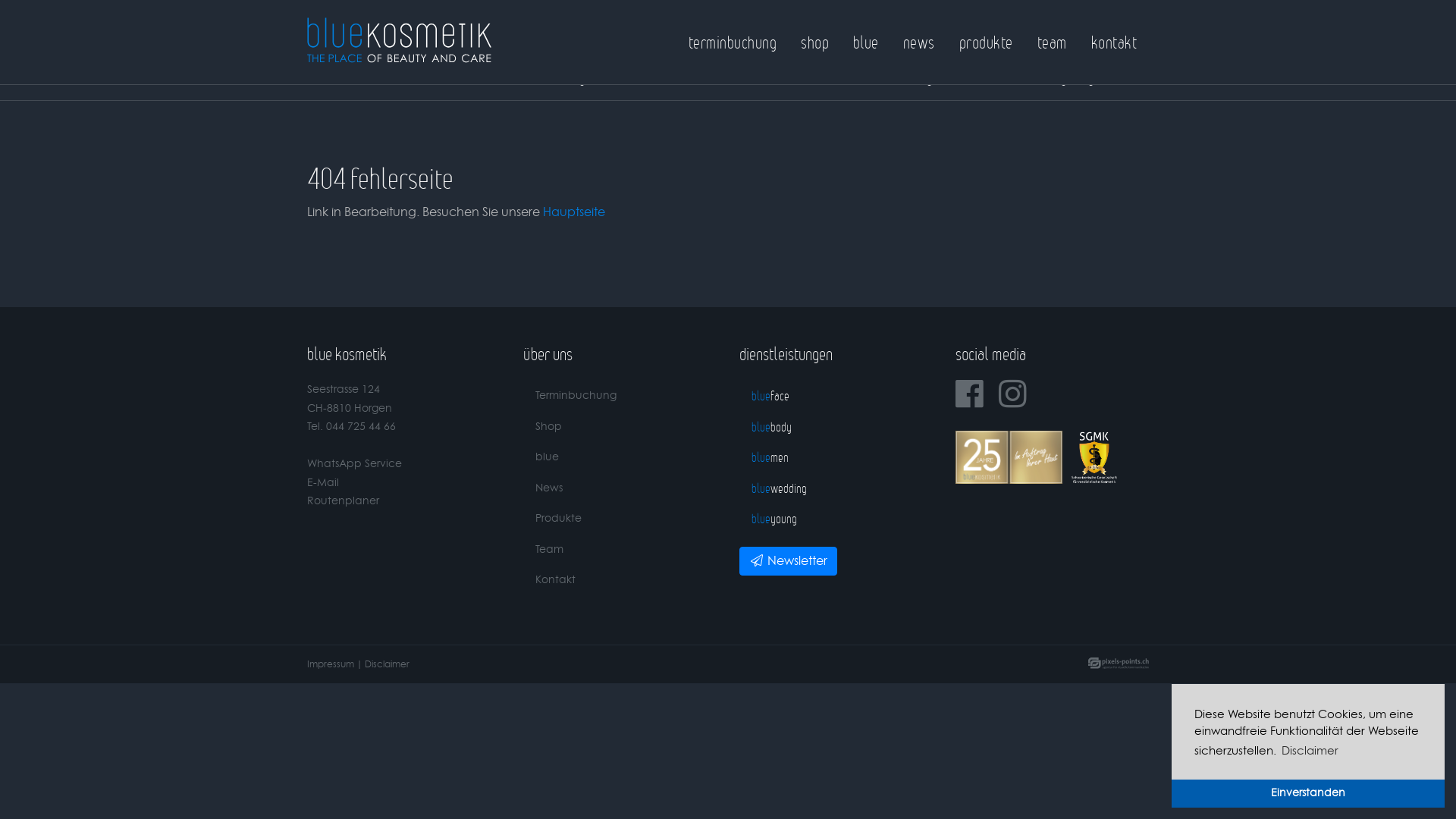  Describe the element at coordinates (573, 212) in the screenshot. I see `'Hauptseite'` at that location.